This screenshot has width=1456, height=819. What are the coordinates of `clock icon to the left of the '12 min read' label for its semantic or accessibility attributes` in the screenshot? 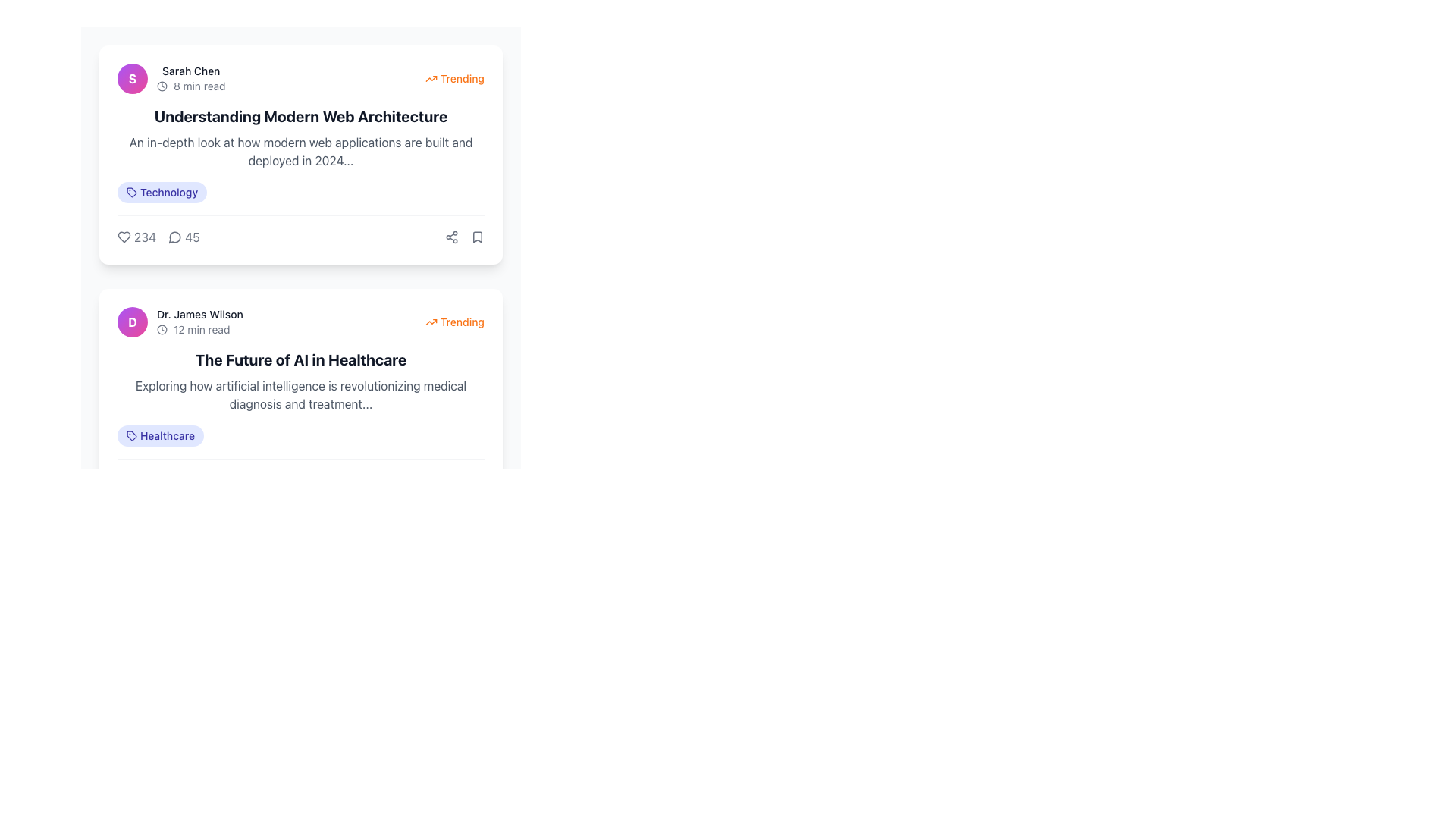 It's located at (162, 329).